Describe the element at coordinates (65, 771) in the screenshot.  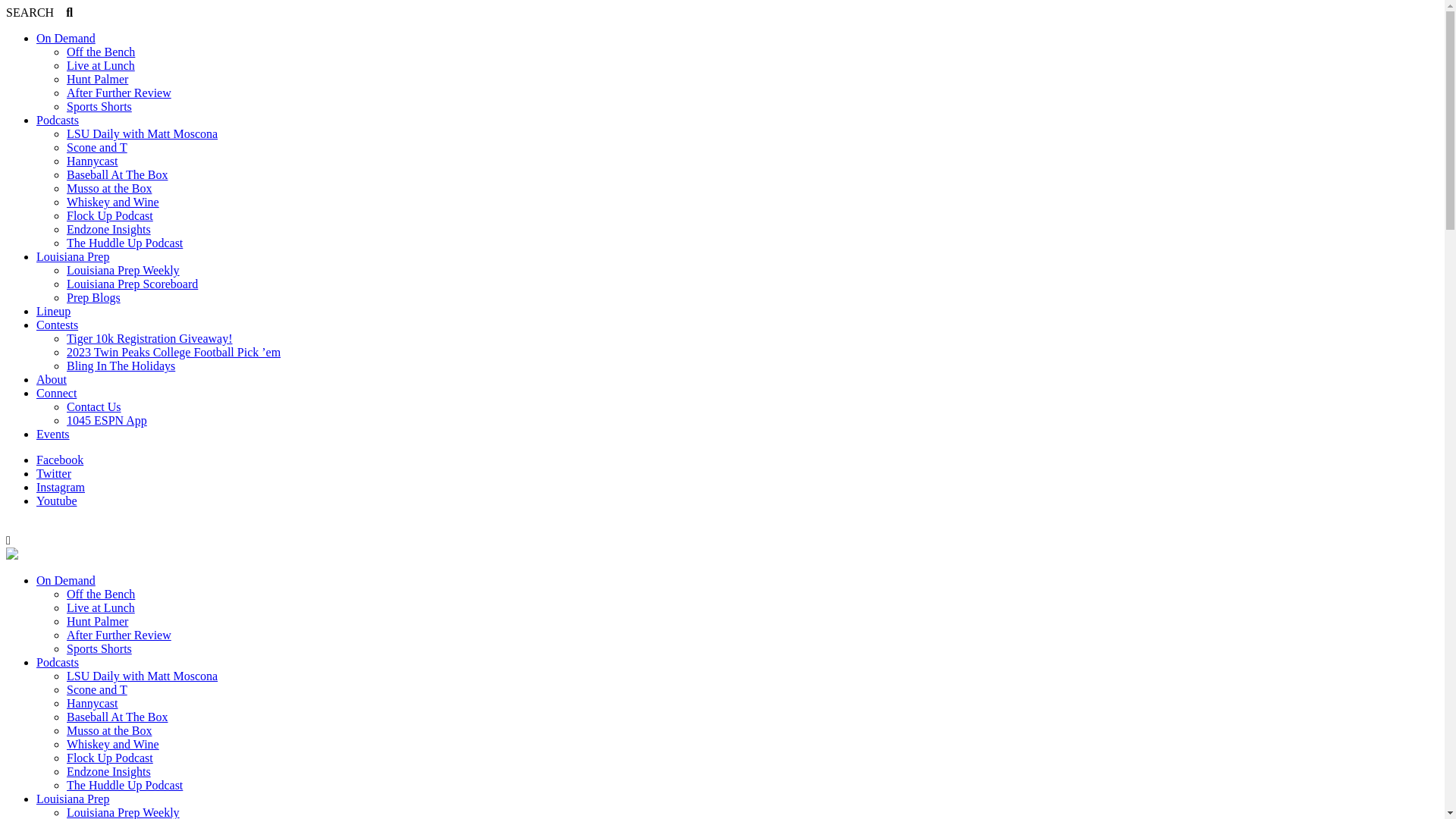
I see `'Endzone Insights'` at that location.